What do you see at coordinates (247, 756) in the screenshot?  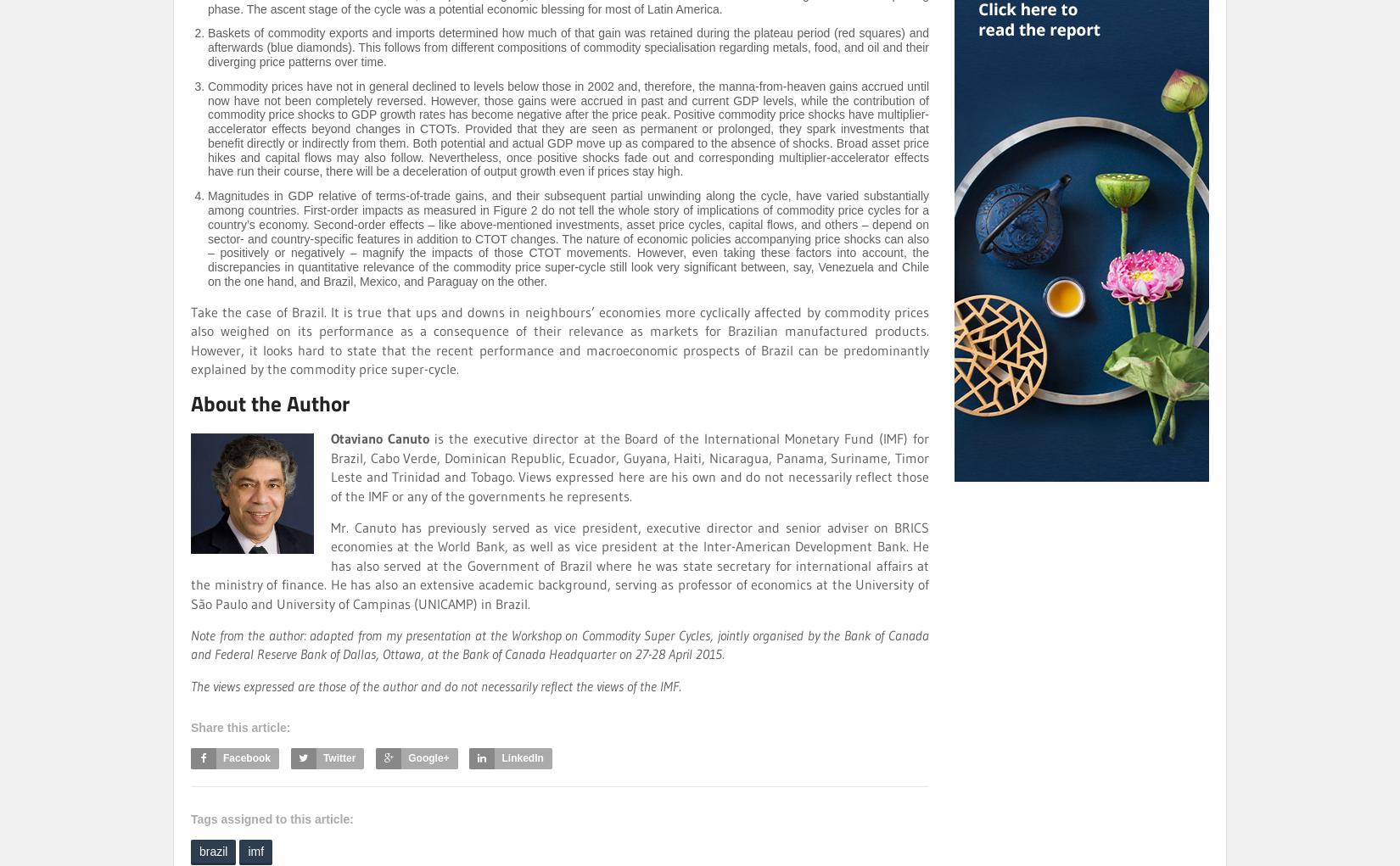 I see `'Facebook'` at bounding box center [247, 756].